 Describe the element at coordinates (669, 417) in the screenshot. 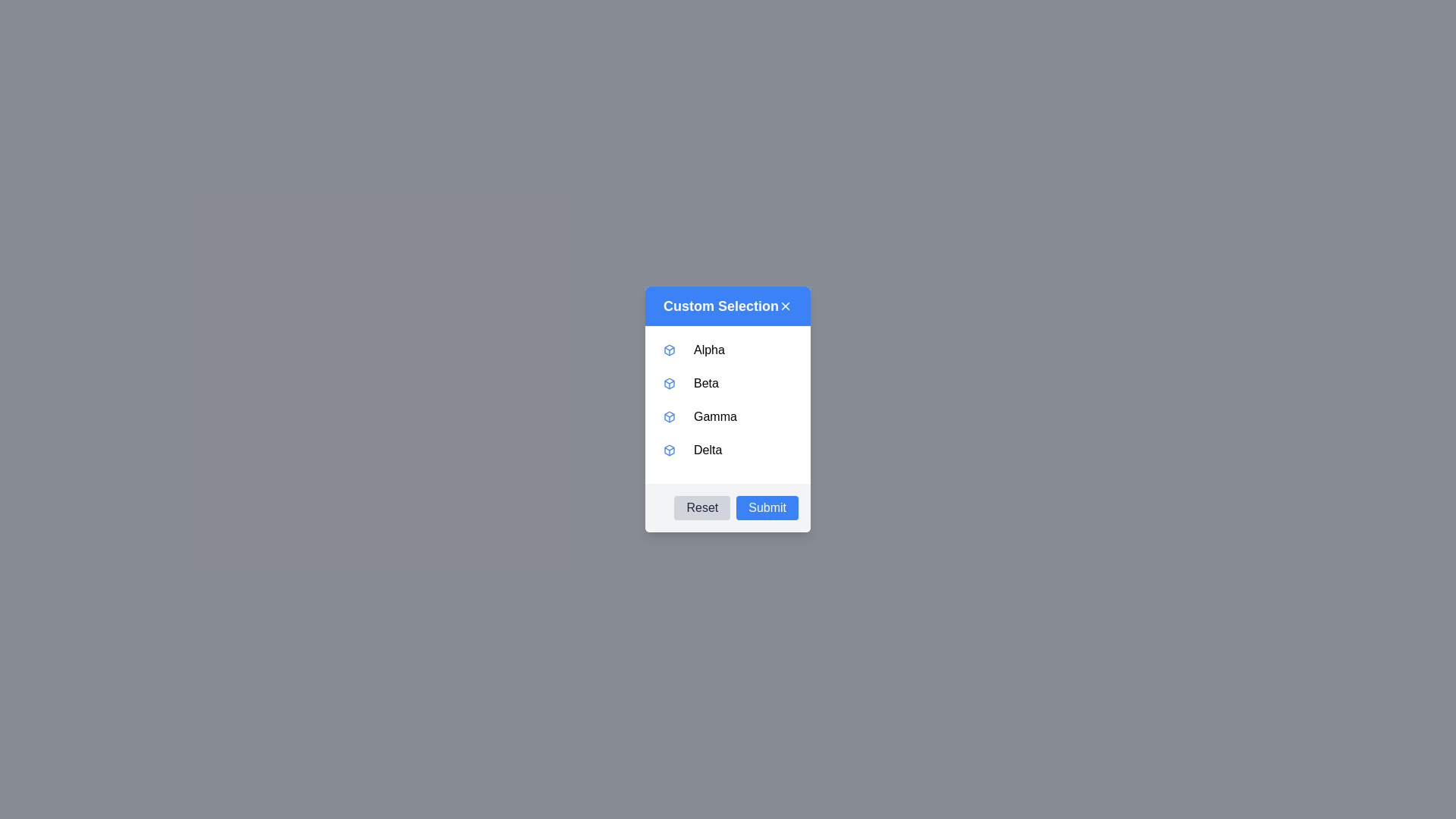

I see `the selection icon representing the 'Gamma' menu option, which visually indicates its selection state` at that location.